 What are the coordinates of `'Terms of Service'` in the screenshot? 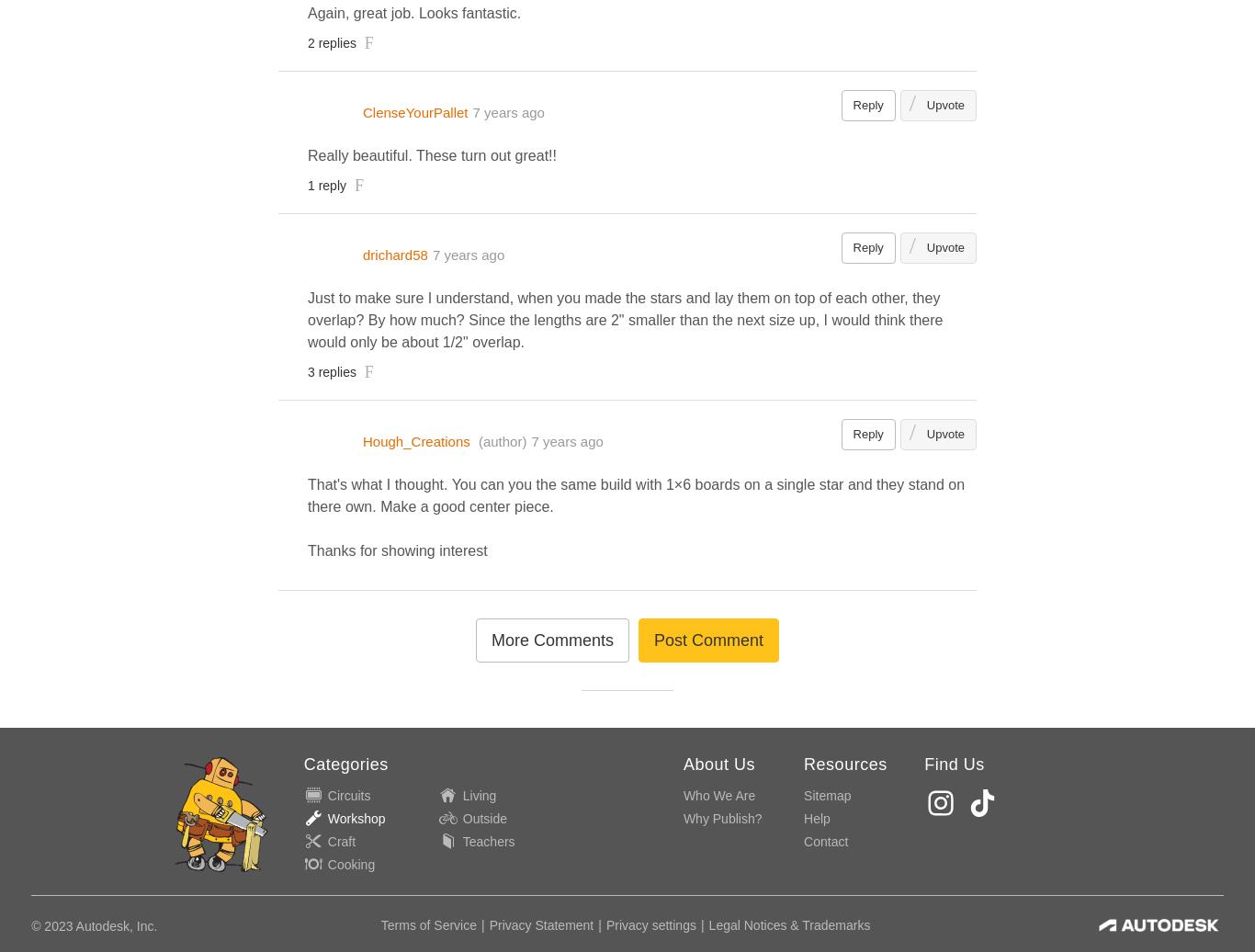 It's located at (428, 924).